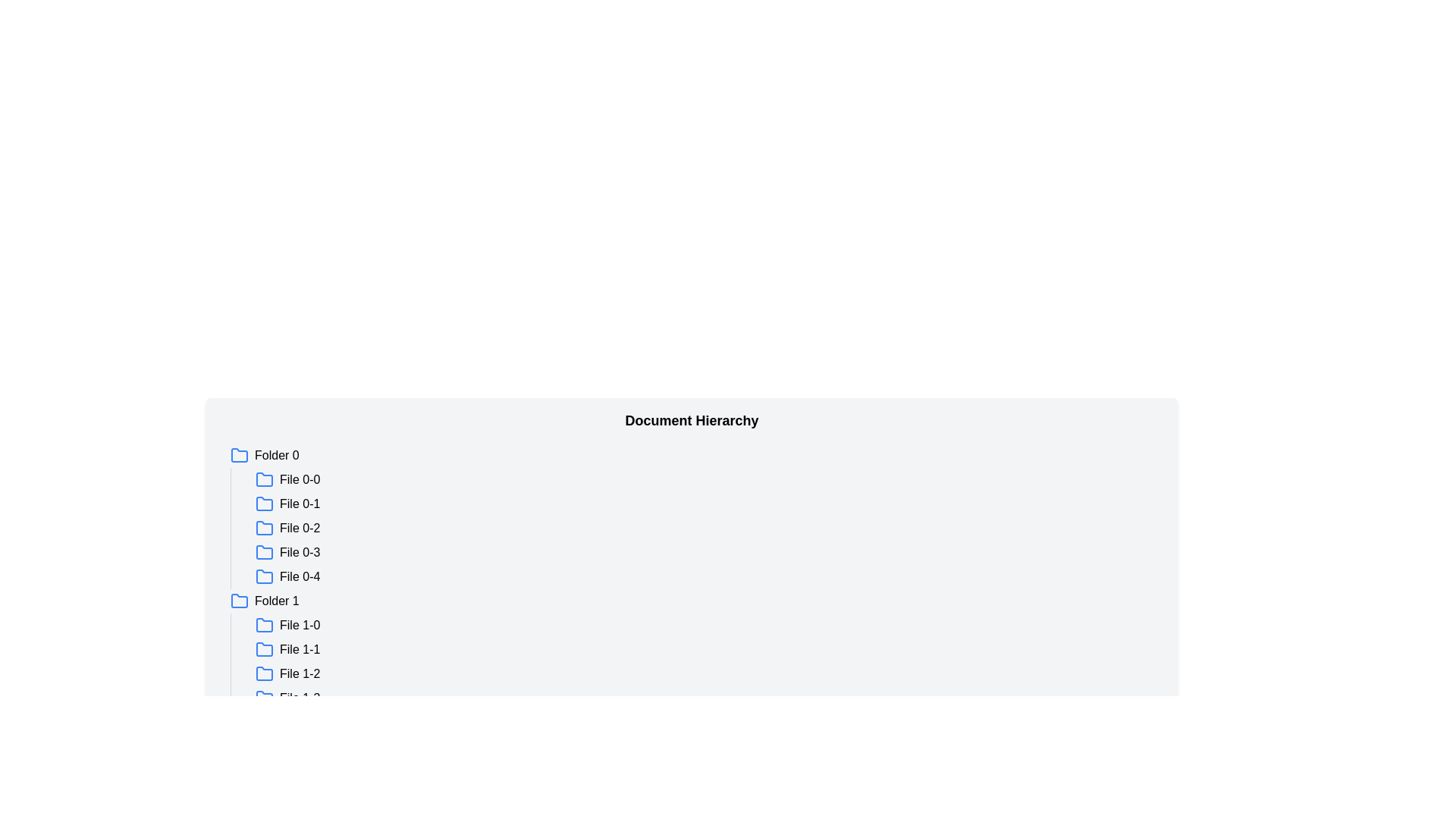  I want to click on the folder icon associated with 'File 0-2', so click(265, 526).